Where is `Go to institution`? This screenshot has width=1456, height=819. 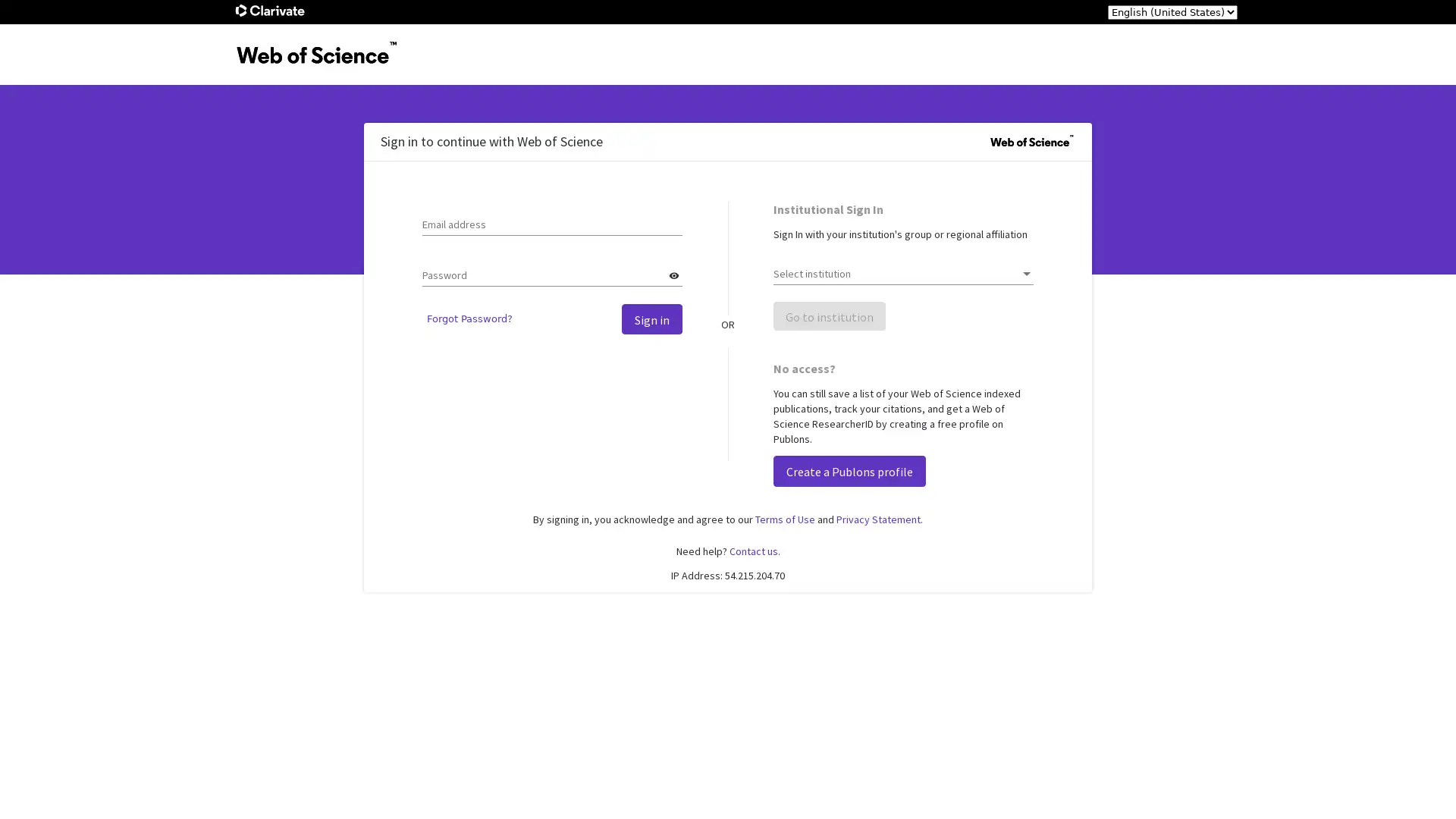
Go to institution is located at coordinates (829, 315).